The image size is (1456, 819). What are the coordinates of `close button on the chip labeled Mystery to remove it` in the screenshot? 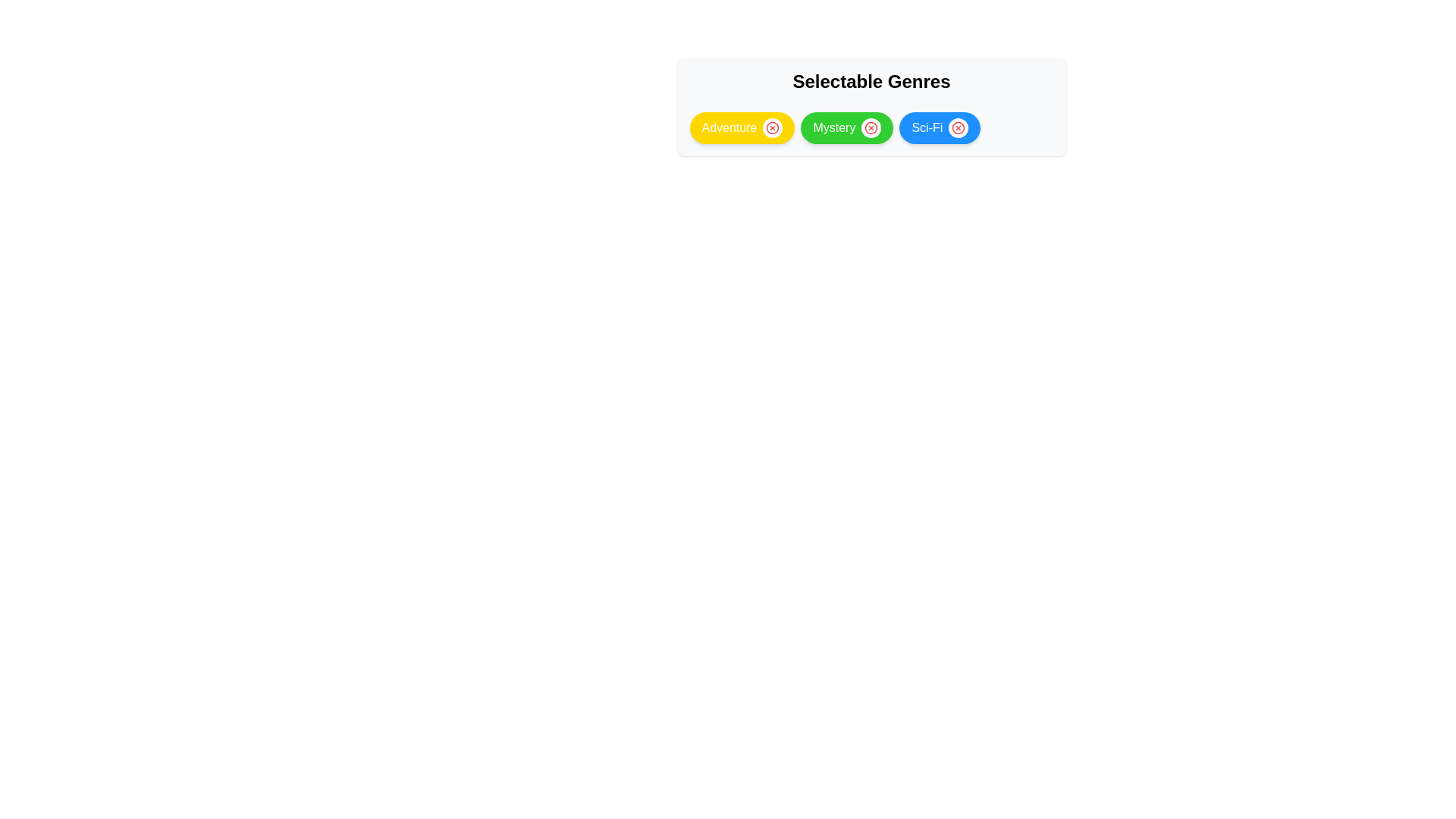 It's located at (871, 127).